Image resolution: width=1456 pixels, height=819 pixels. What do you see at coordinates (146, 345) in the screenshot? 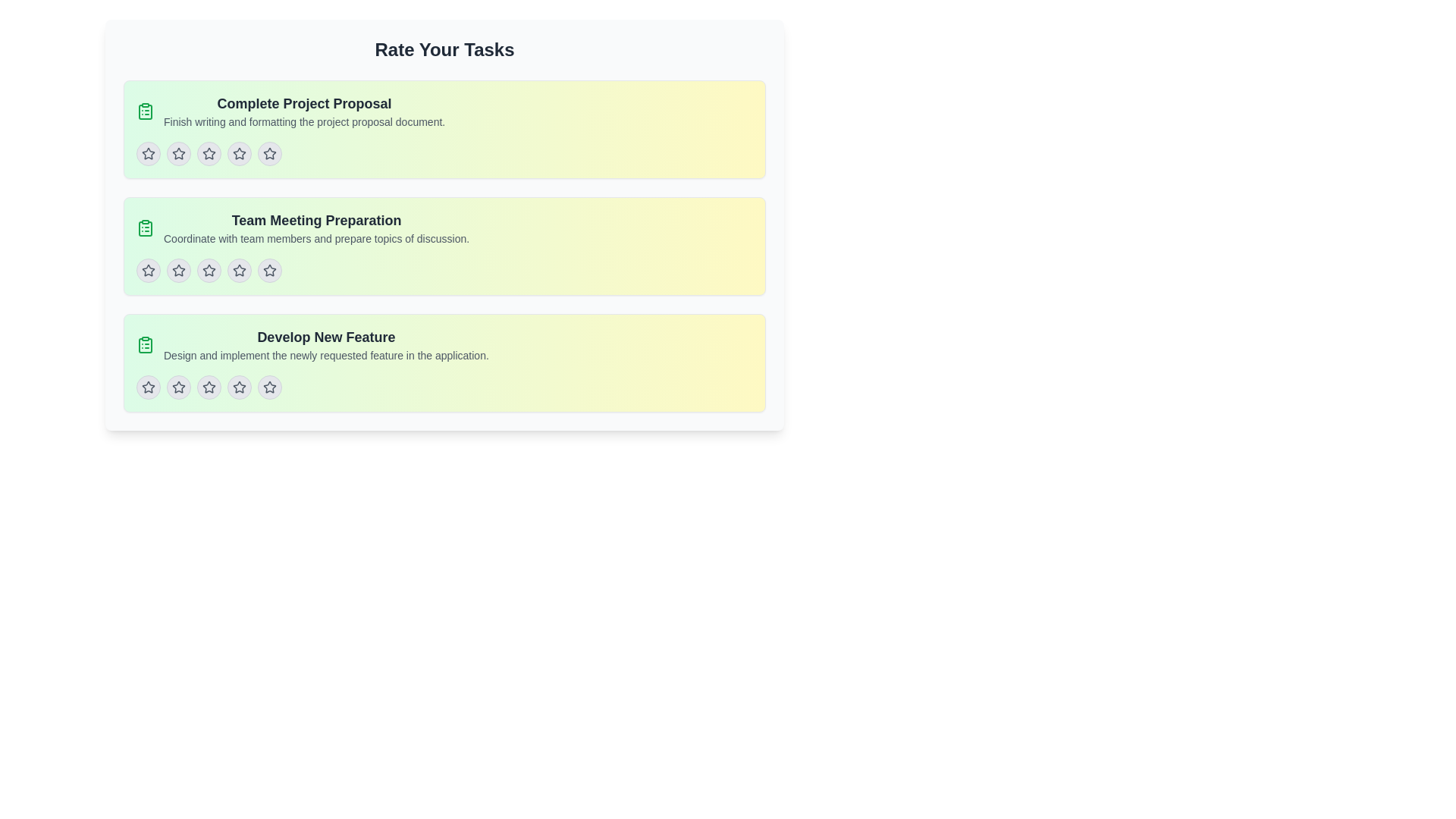
I see `the icon that visually indicates the task 'Develop New Feature', positioned in the third task group under the header 'Rate Your Tasks', as the first element in the row` at bounding box center [146, 345].